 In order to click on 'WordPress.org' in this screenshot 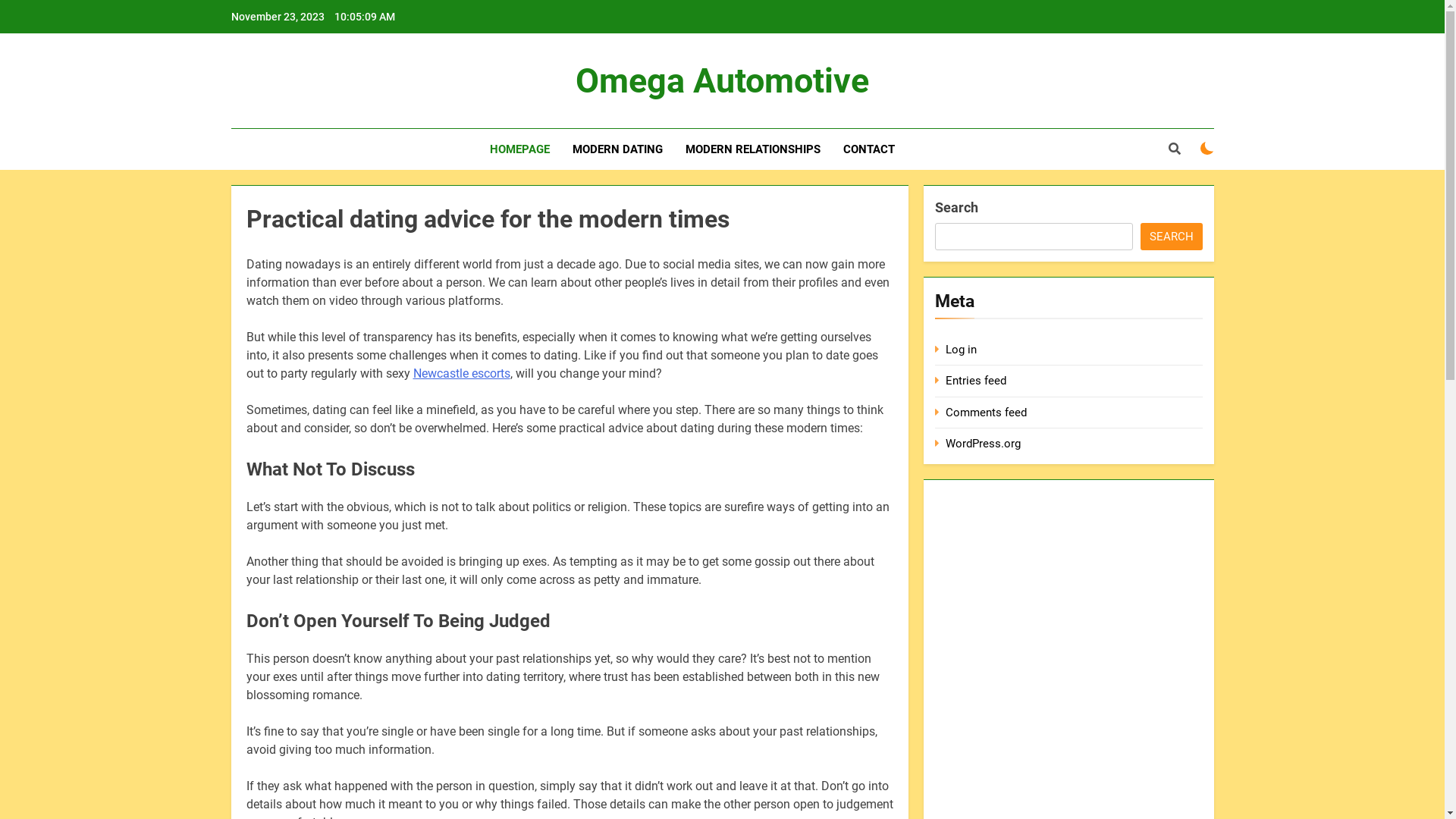, I will do `click(983, 444)`.